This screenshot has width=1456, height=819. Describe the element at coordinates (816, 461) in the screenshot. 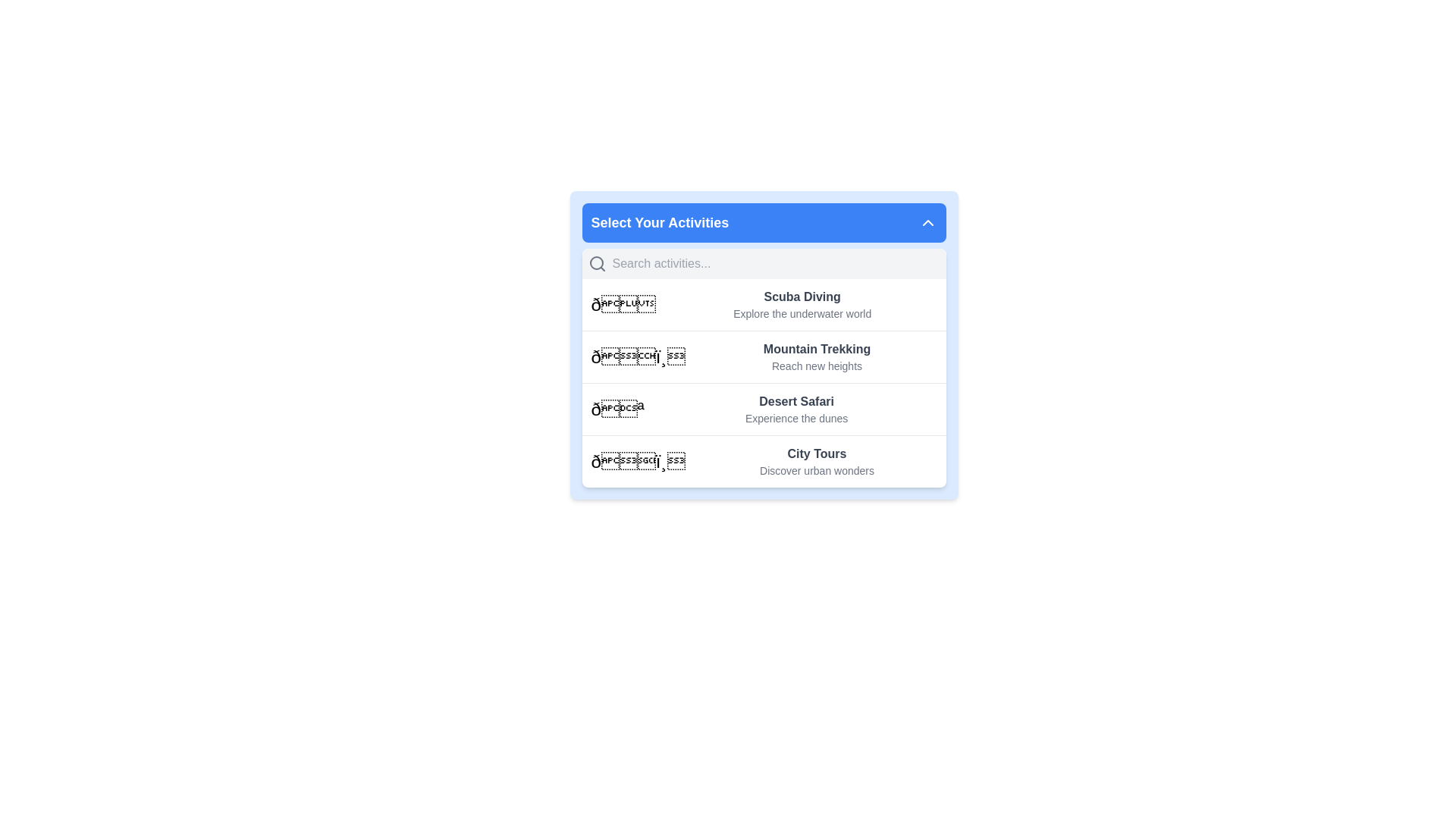

I see `the list item with the text 'City Tours' in bold dark gray font` at that location.